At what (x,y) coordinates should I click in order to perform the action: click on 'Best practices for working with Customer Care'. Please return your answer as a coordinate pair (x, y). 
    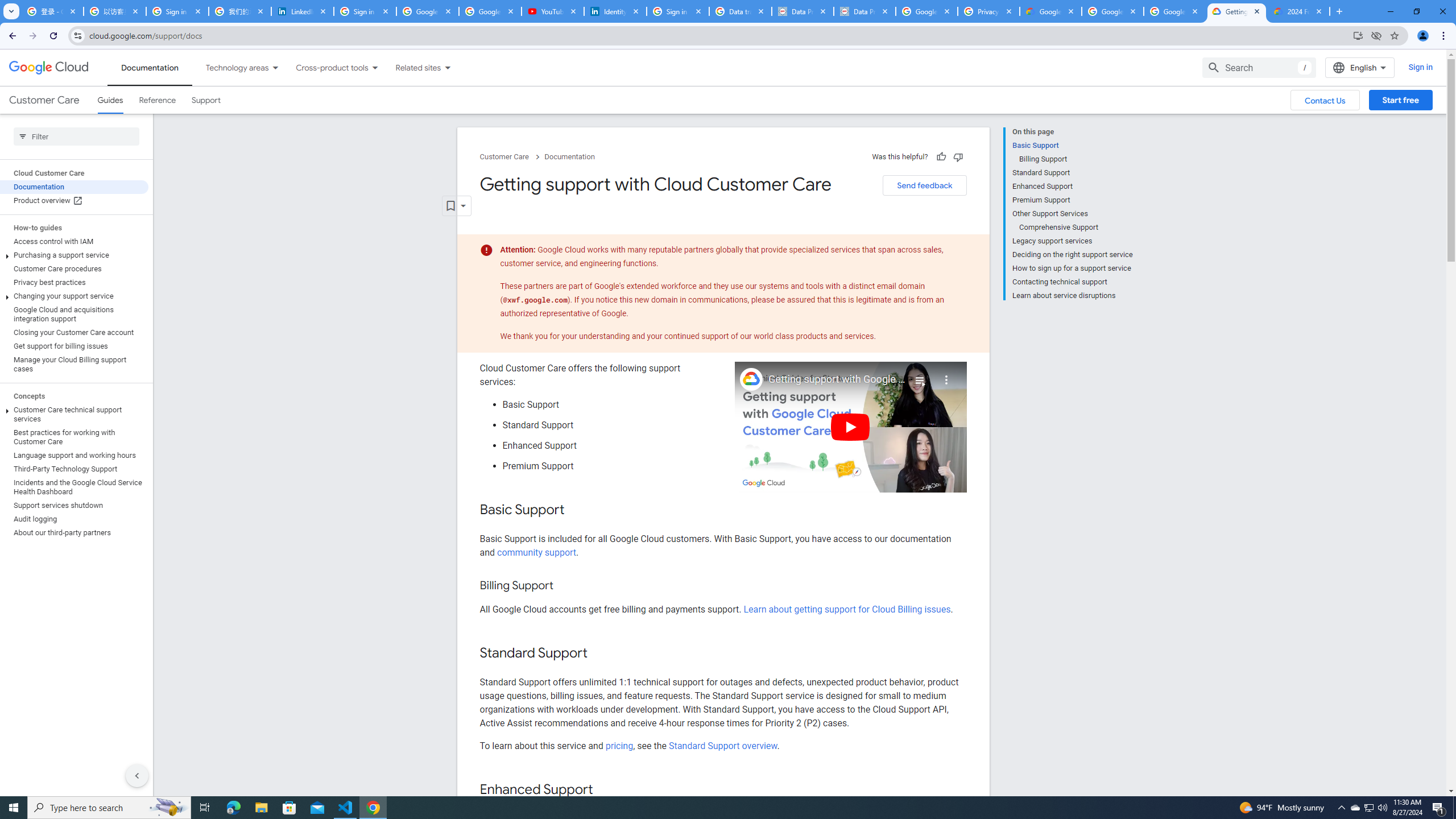
    Looking at the image, I should click on (74, 436).